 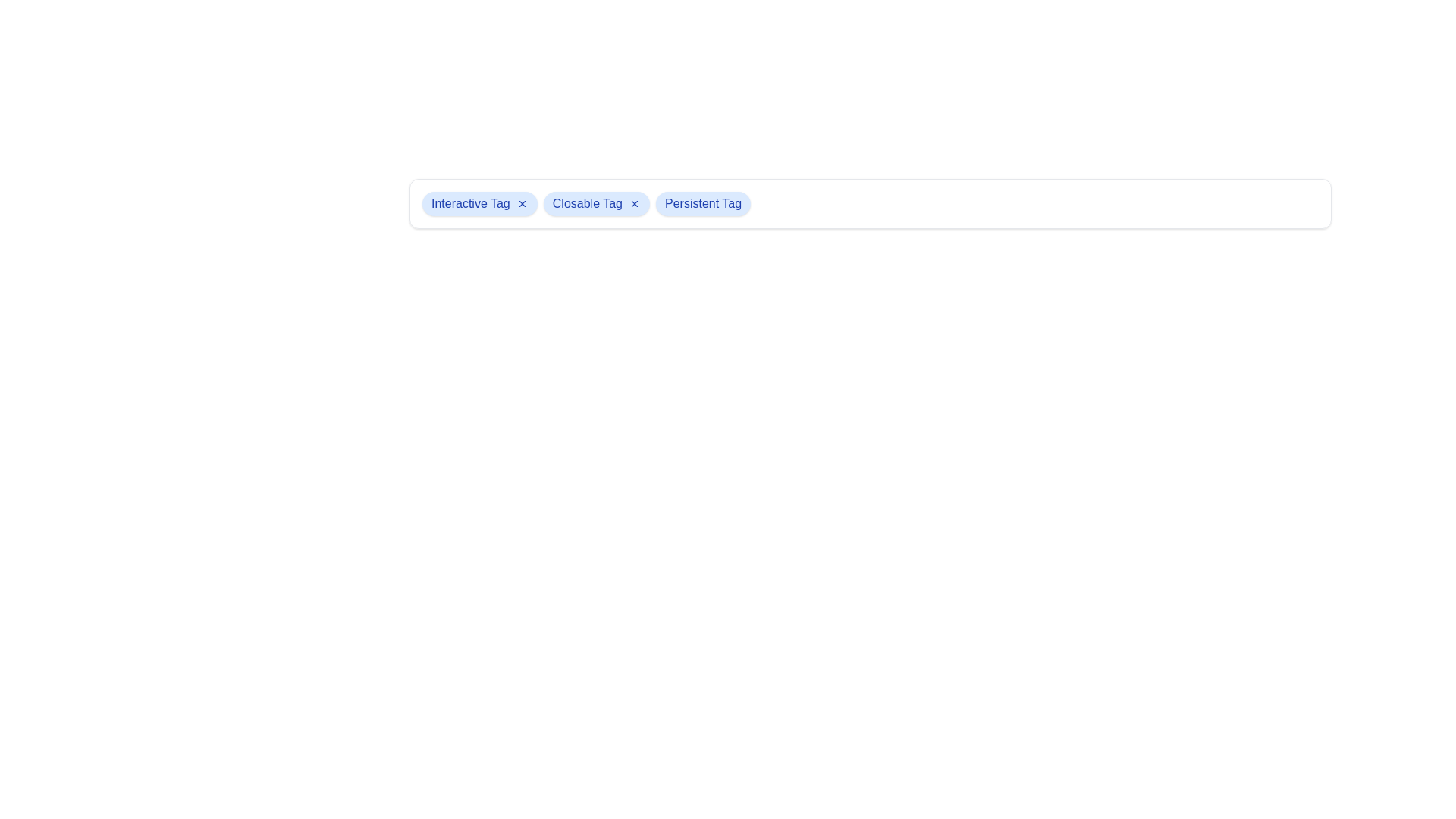 I want to click on the close button of the tag labeled 'Interactive Tag', so click(x=522, y=203).